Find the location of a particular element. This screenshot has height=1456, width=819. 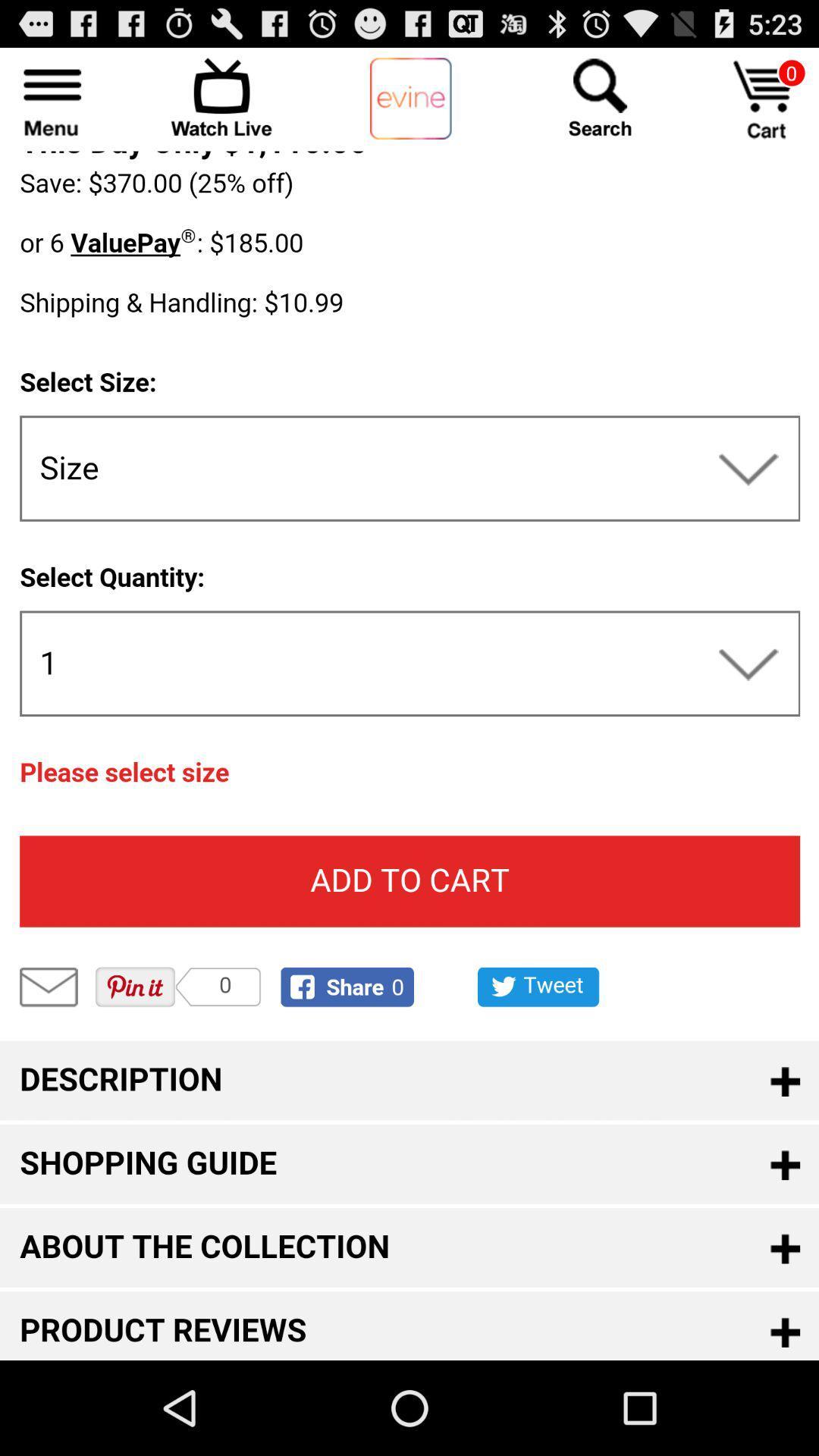

return to evine main page is located at coordinates (410, 99).